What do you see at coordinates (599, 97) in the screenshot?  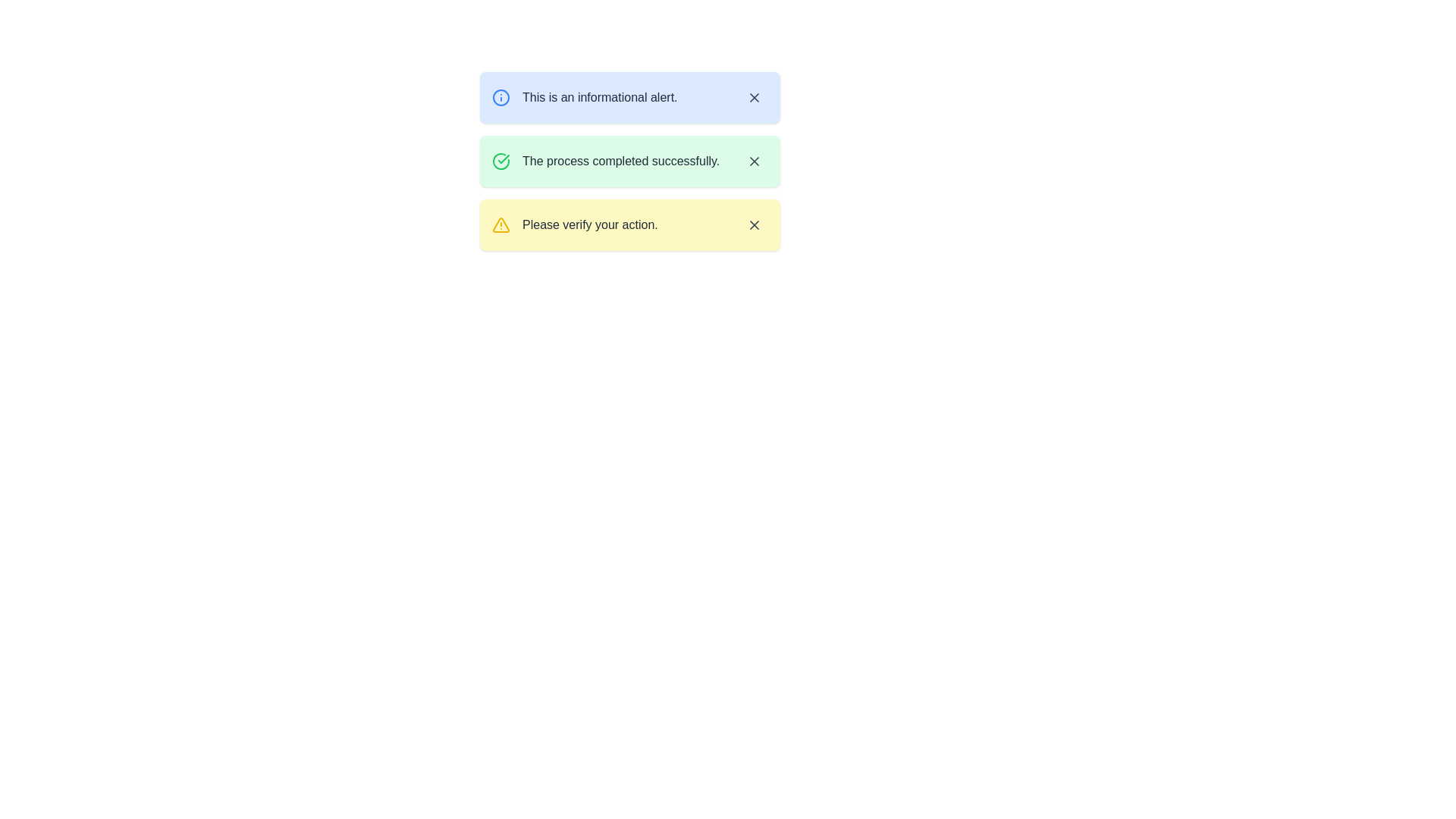 I see `the static text label that says 'This is an informational alert.' located in the first alert box at the top of the three vertically stacked alert boxes` at bounding box center [599, 97].